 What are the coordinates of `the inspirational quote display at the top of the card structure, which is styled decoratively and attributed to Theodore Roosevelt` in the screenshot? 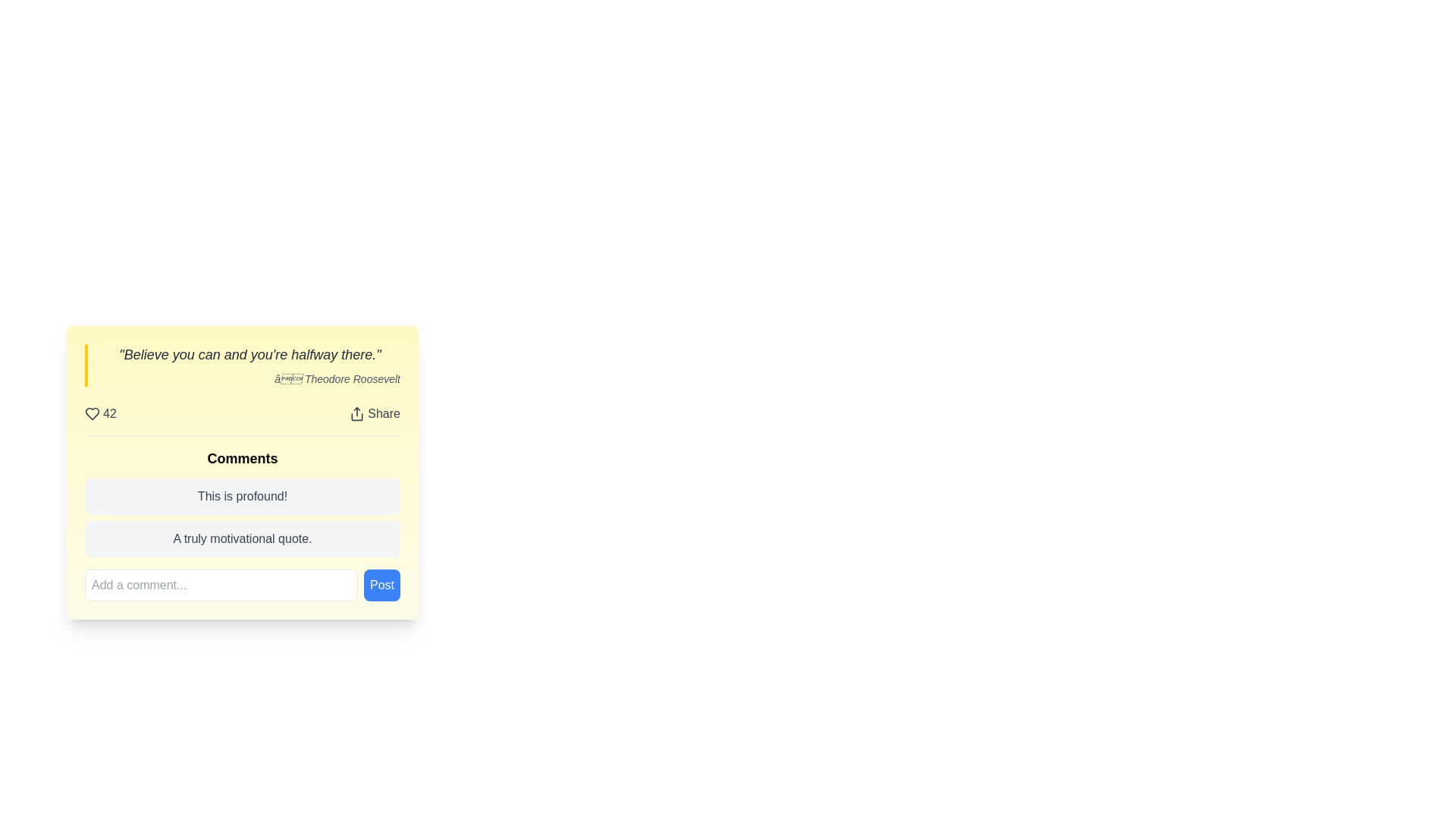 It's located at (243, 366).